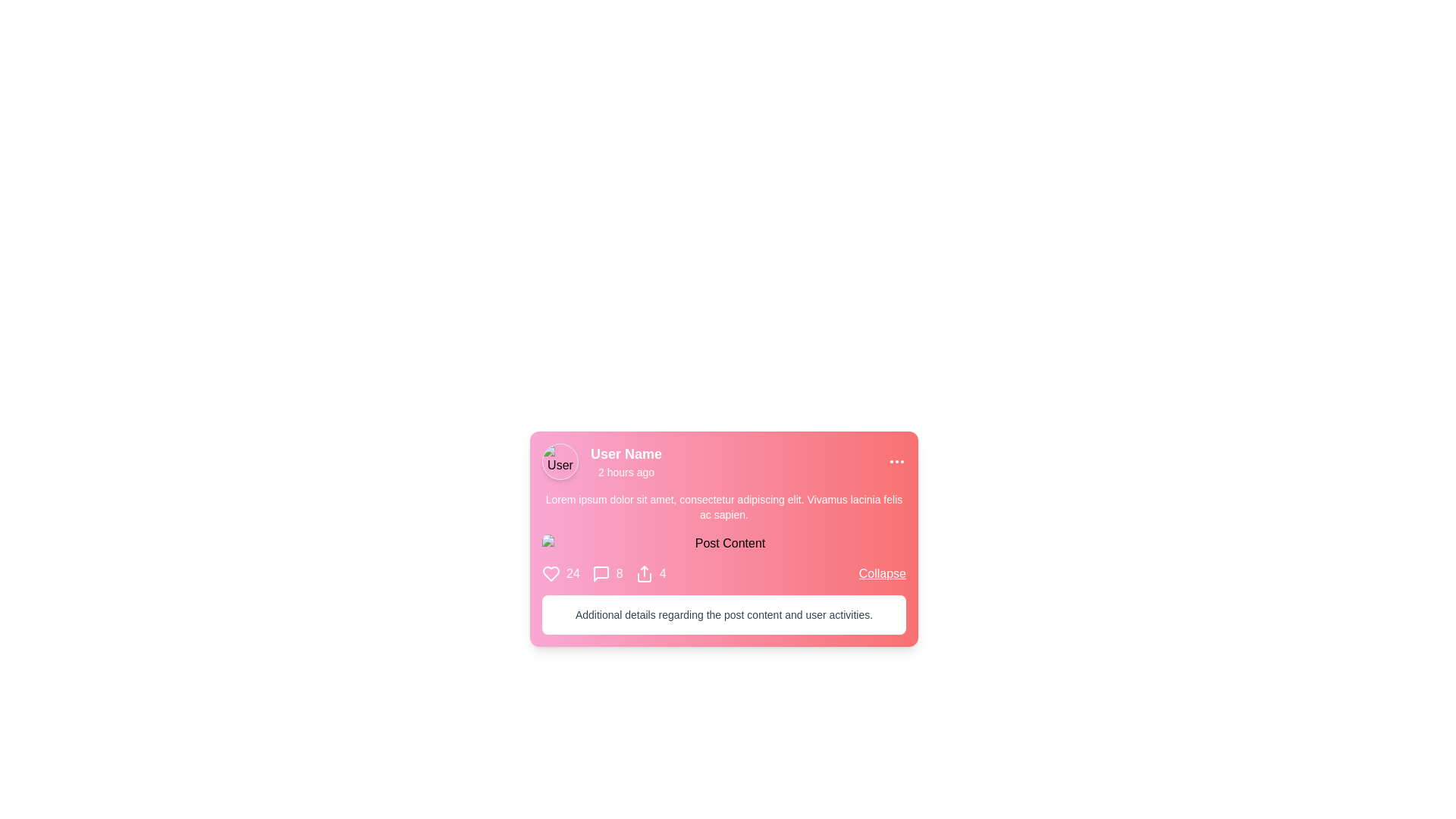 This screenshot has width=1456, height=819. What do you see at coordinates (663, 573) in the screenshot?
I see `the displayed number in the text display located at the right end of the icon group` at bounding box center [663, 573].